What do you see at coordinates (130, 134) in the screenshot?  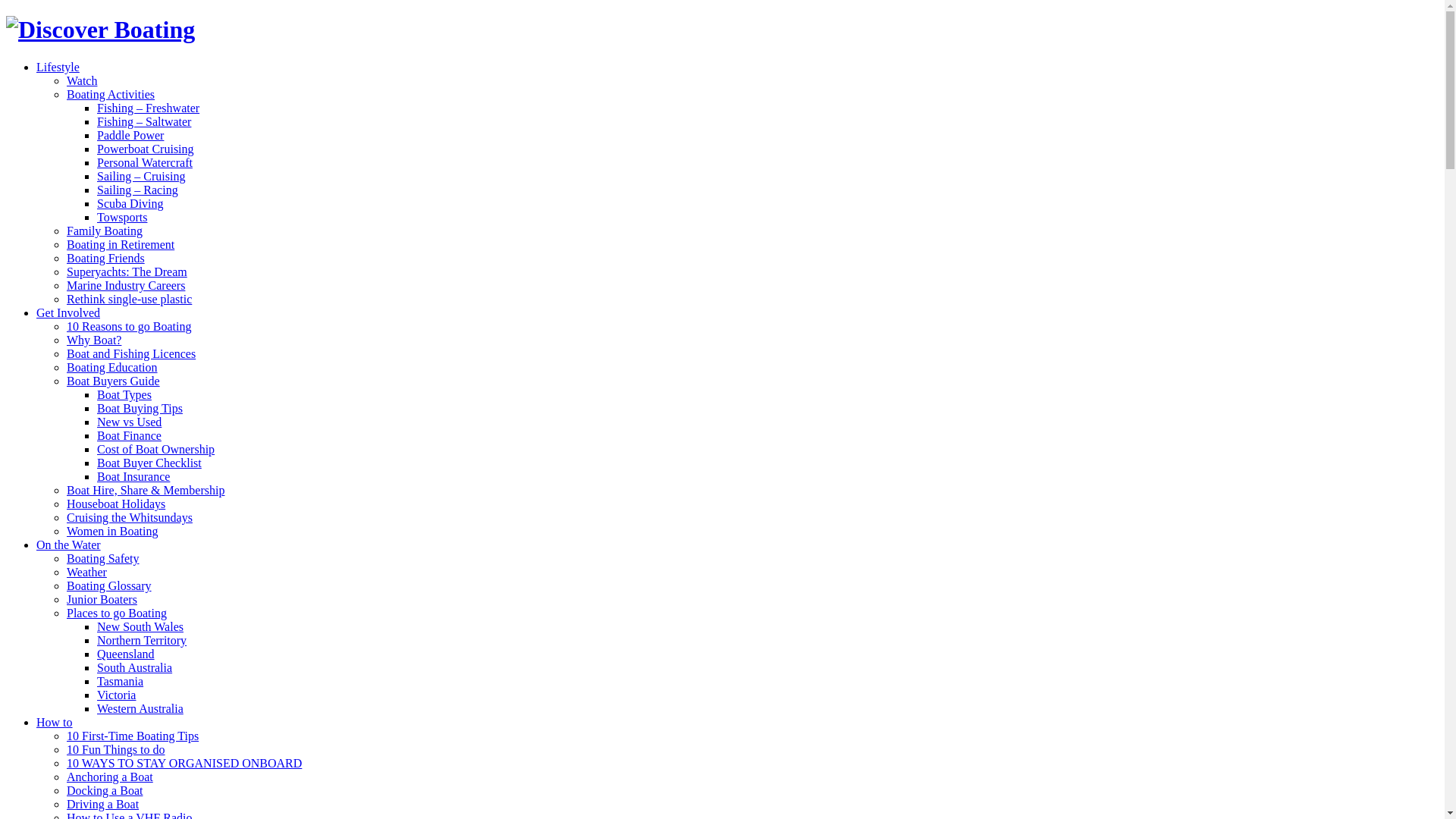 I see `'Paddle Power'` at bounding box center [130, 134].